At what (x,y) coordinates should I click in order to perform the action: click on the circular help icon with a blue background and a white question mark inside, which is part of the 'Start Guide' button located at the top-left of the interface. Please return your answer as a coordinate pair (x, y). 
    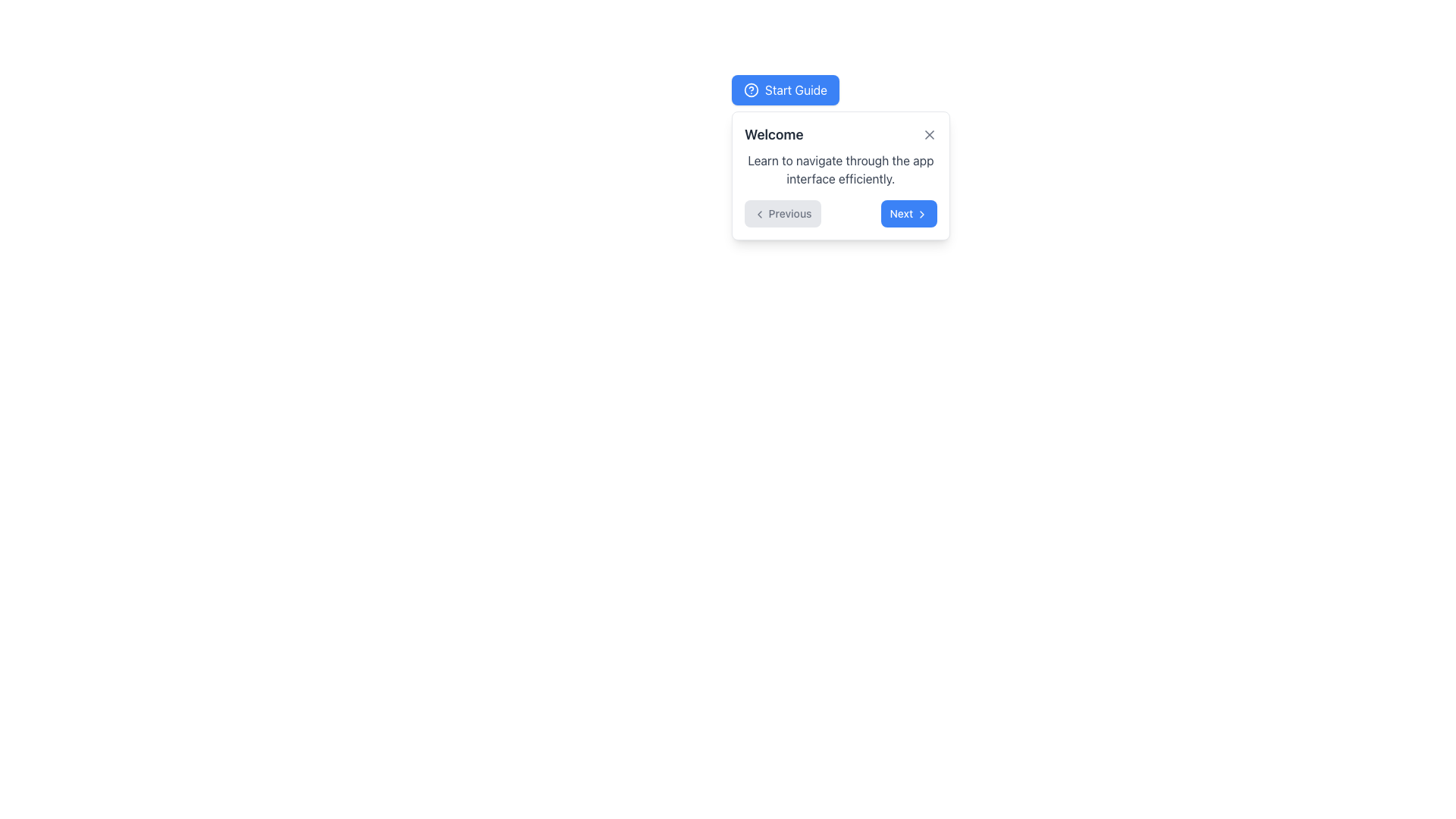
    Looking at the image, I should click on (751, 90).